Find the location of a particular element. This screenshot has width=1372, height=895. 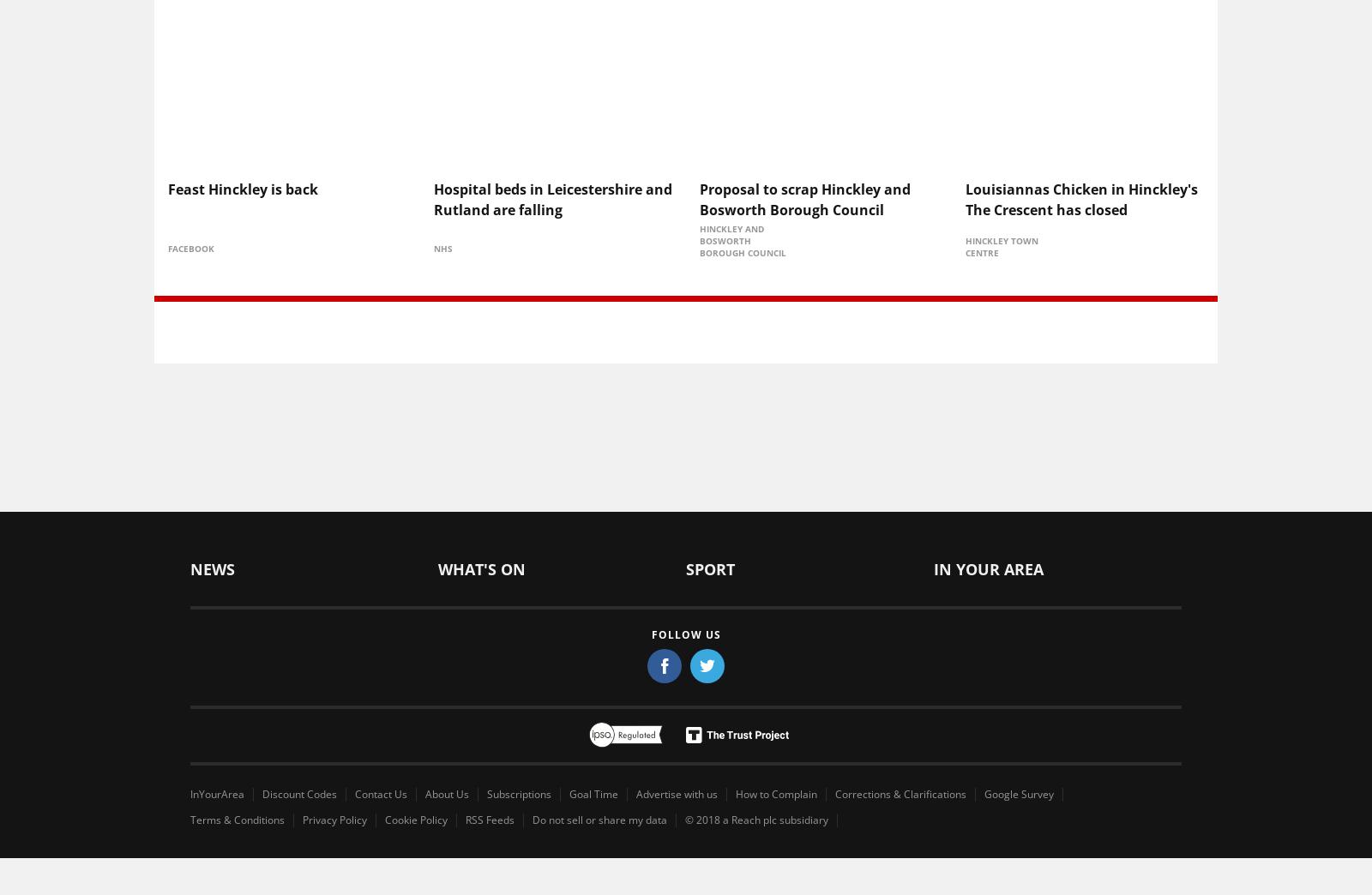

'Cookie Policy' is located at coordinates (415, 818).